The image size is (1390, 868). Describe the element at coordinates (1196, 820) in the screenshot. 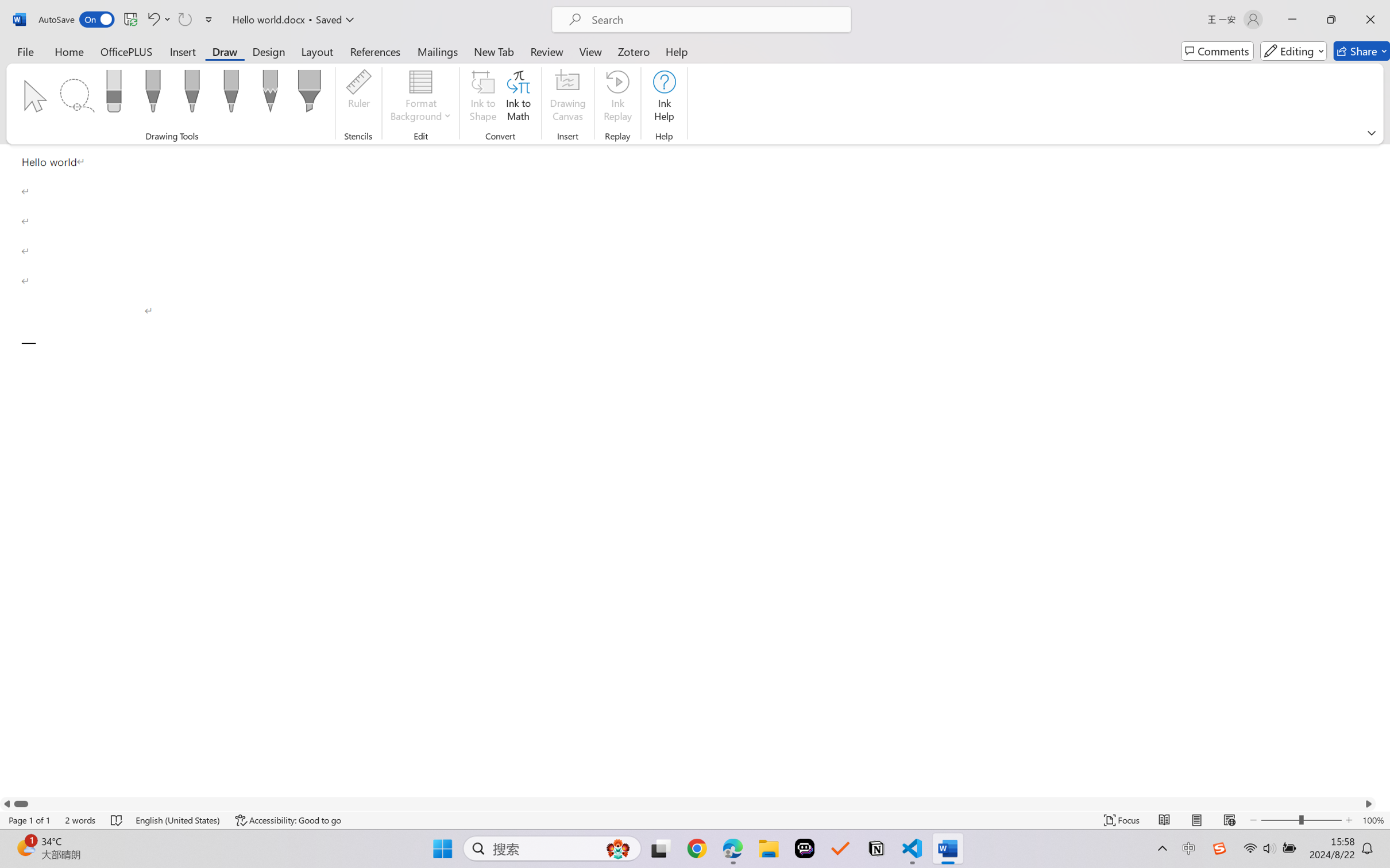

I see `'Print Layout'` at that location.